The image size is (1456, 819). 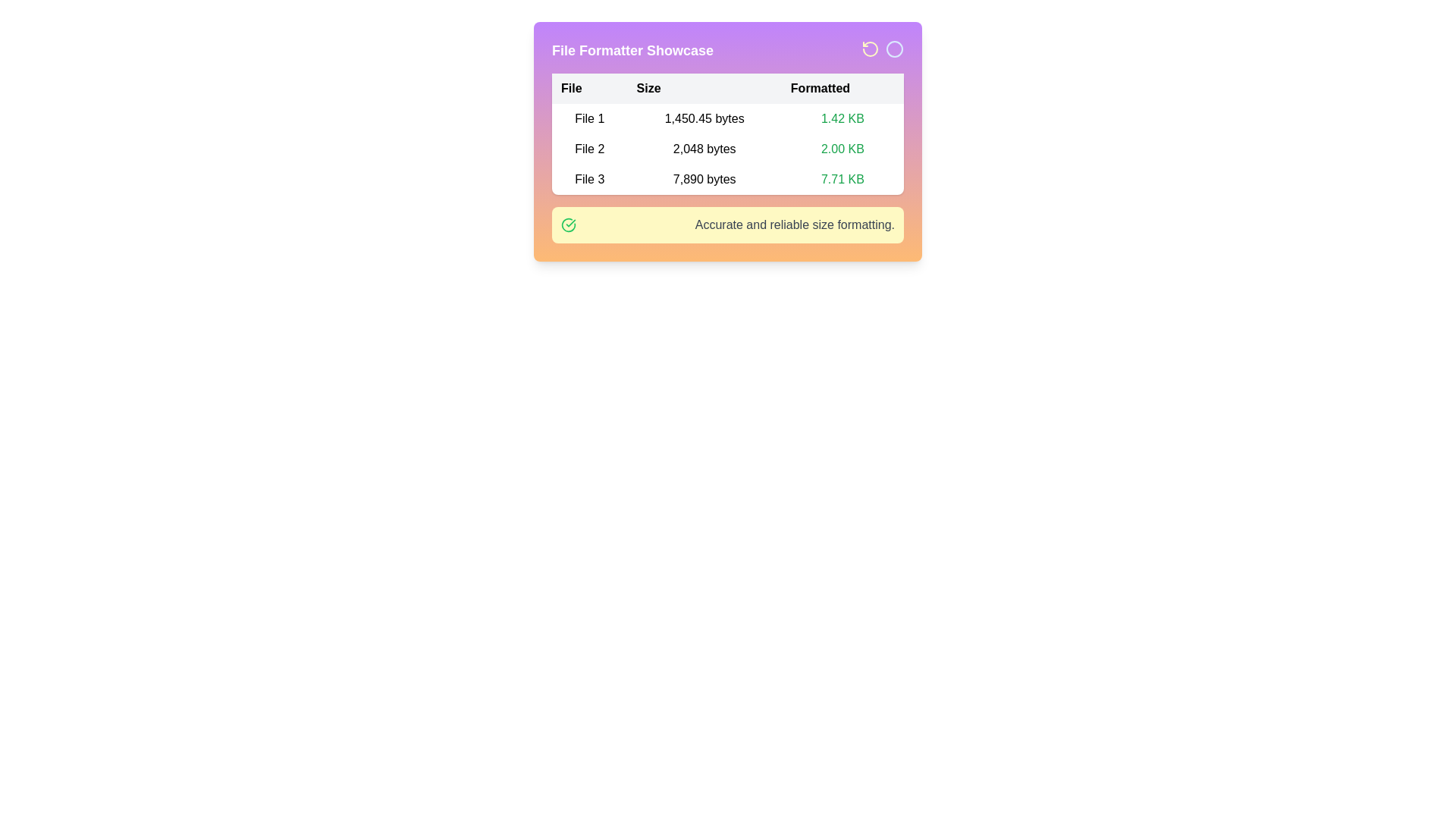 I want to click on the text label element displaying '2,048 bytes' located in the second column of the file-related information table, so click(x=704, y=149).